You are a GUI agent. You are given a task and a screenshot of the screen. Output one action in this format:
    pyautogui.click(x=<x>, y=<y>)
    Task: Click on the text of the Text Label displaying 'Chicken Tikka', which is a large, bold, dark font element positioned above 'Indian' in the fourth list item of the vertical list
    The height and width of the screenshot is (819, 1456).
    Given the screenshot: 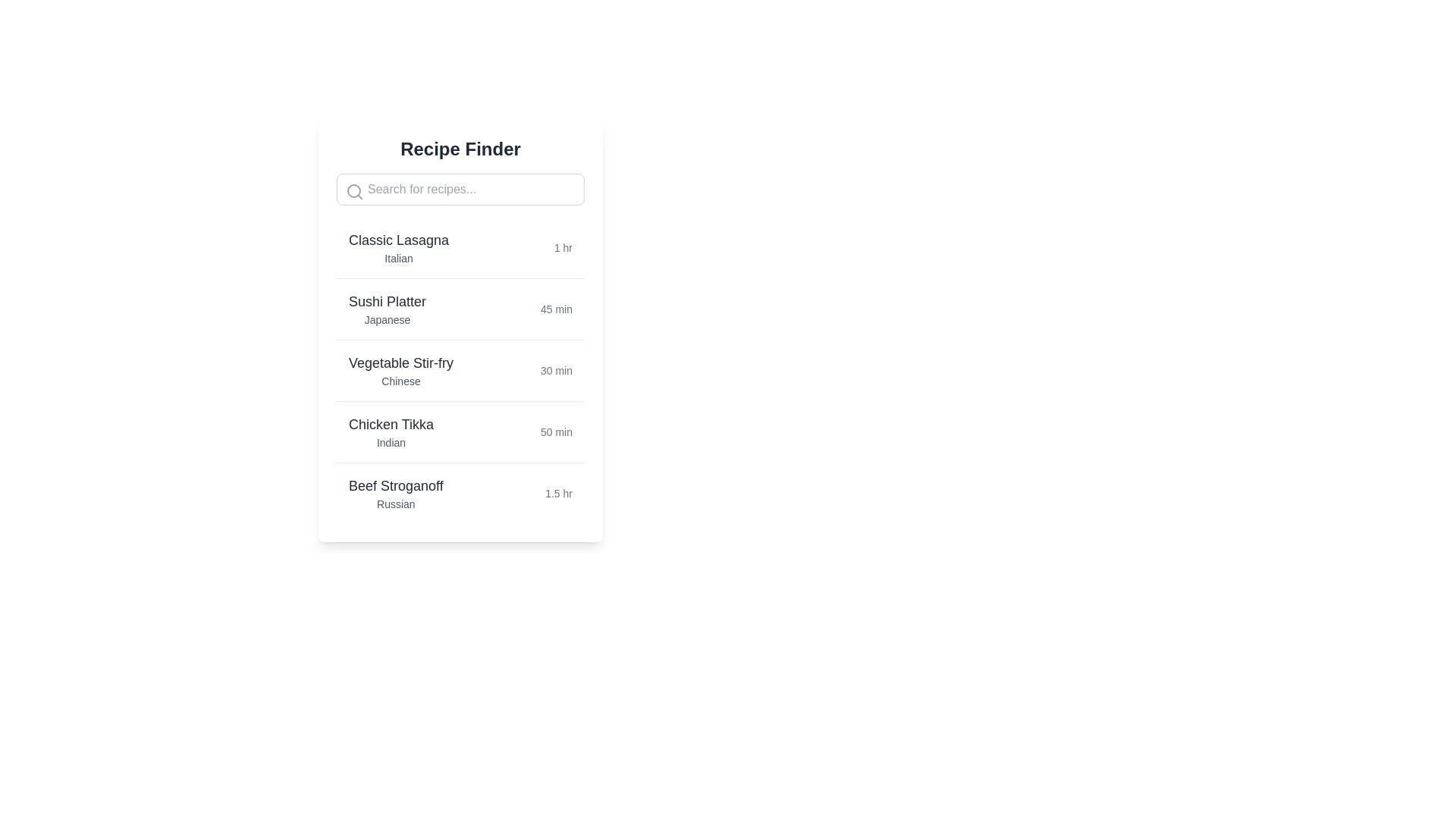 What is the action you would take?
    pyautogui.click(x=391, y=424)
    